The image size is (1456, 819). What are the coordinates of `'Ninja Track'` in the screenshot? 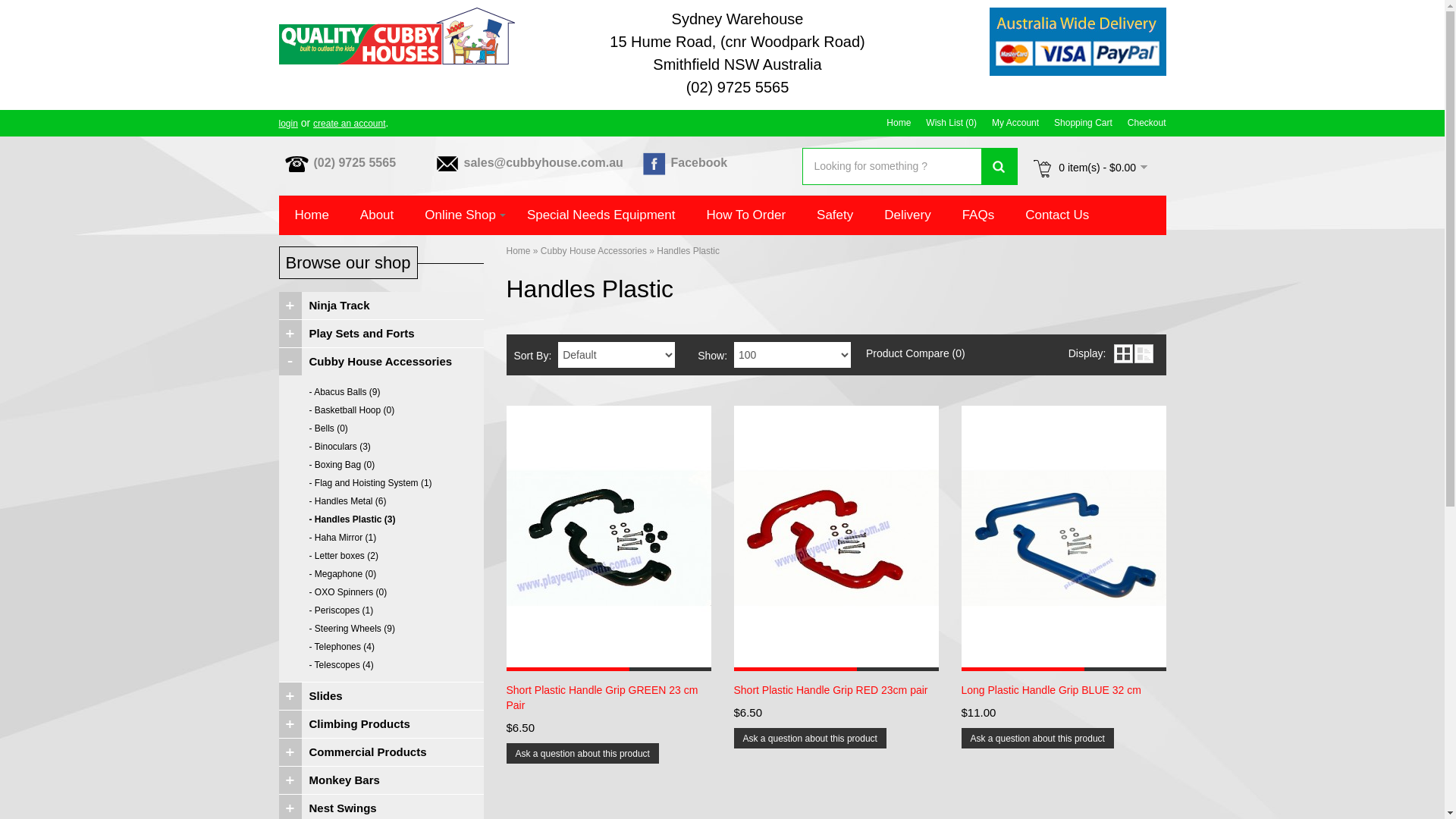 It's located at (381, 305).